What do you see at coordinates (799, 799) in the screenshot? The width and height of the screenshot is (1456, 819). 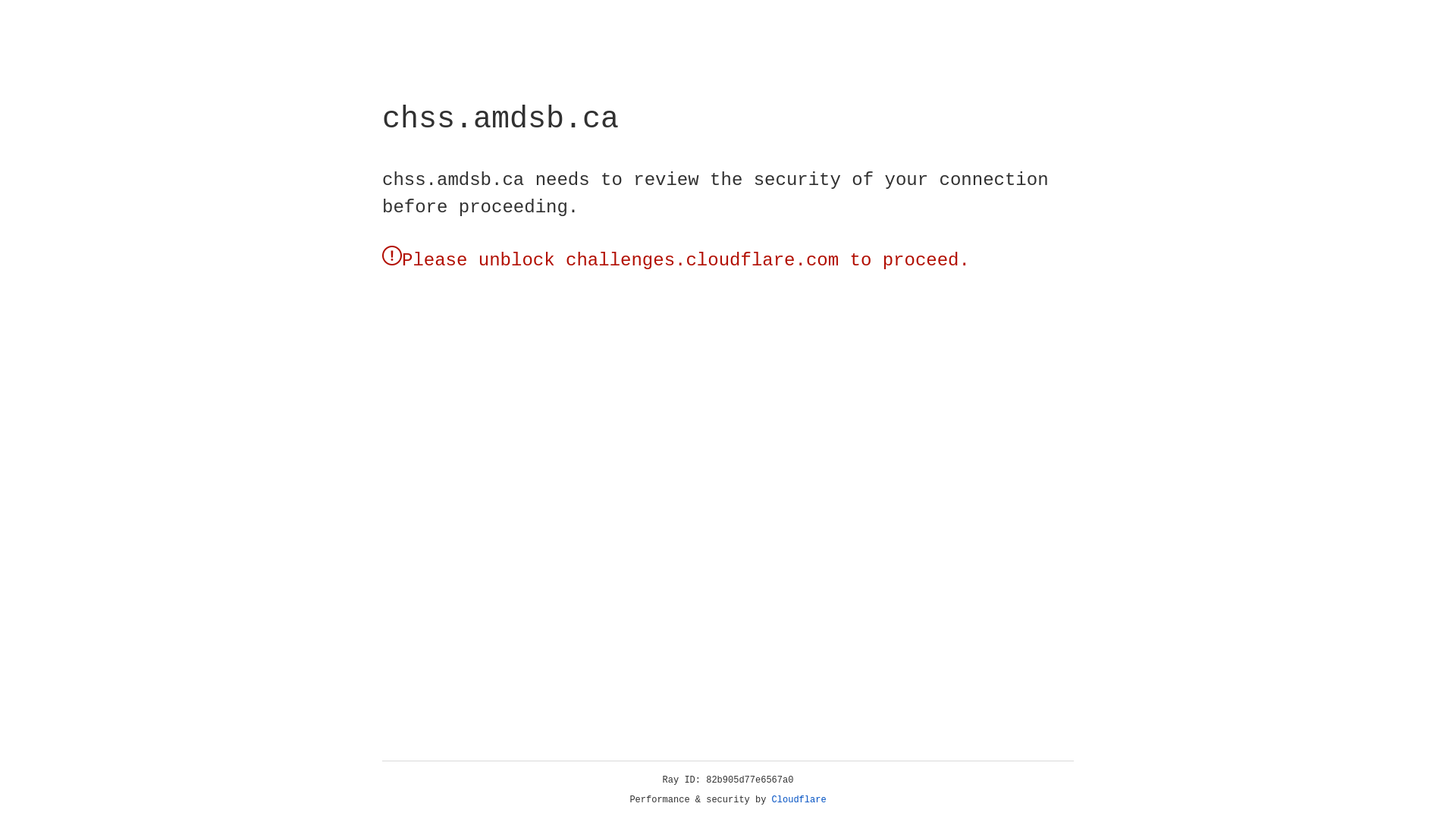 I see `'Cloudflare'` at bounding box center [799, 799].